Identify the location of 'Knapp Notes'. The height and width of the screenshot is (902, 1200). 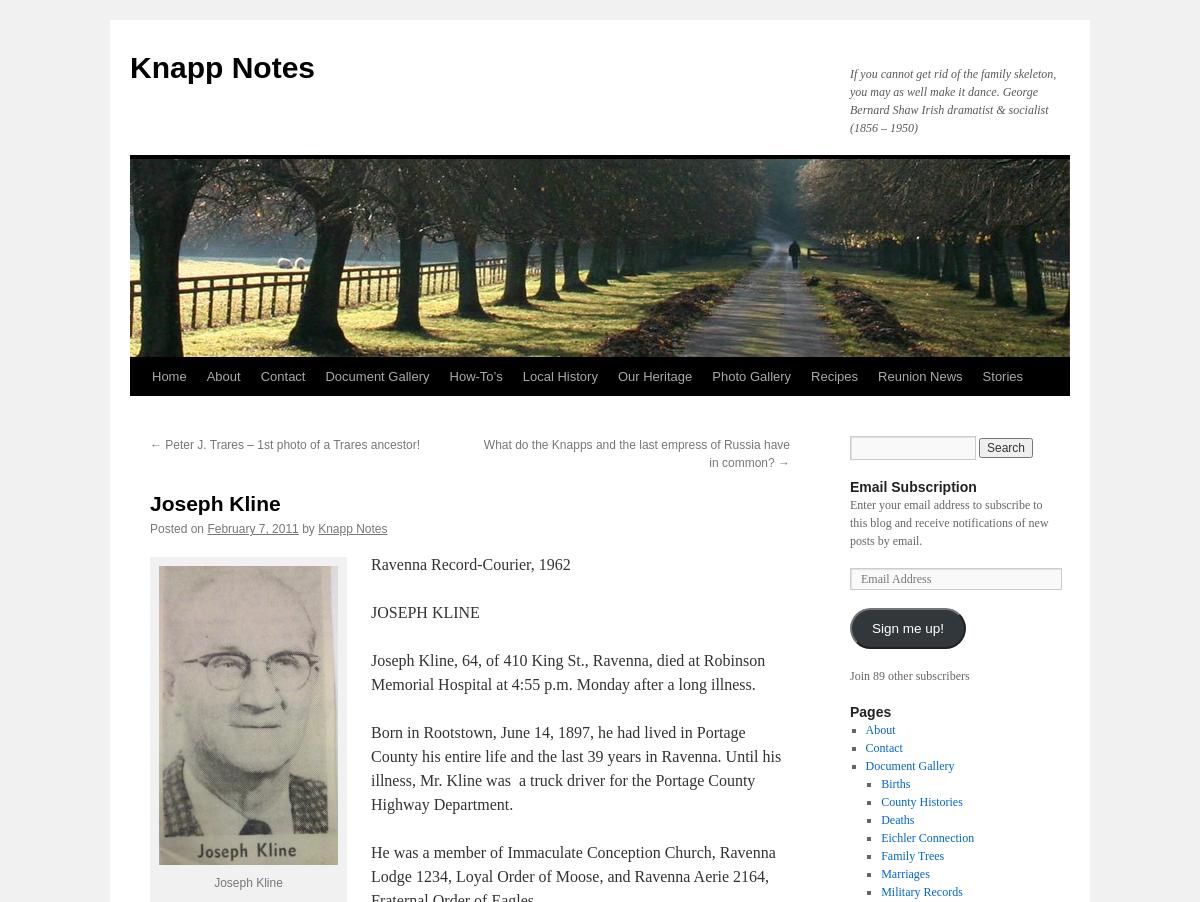
(352, 529).